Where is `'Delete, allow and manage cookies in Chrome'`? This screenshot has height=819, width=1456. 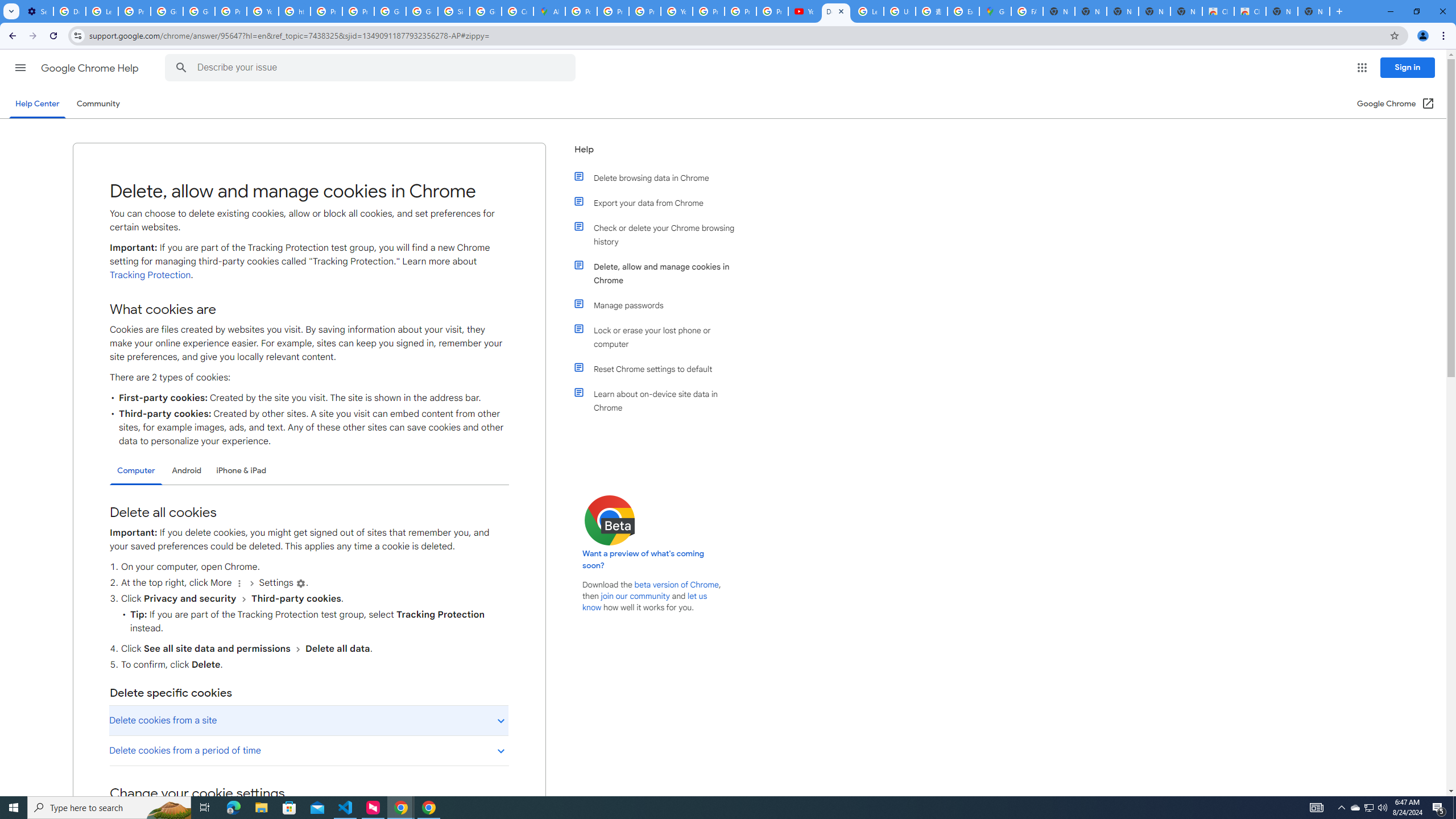
'Delete, allow and manage cookies in Chrome' is located at coordinates (661, 272).